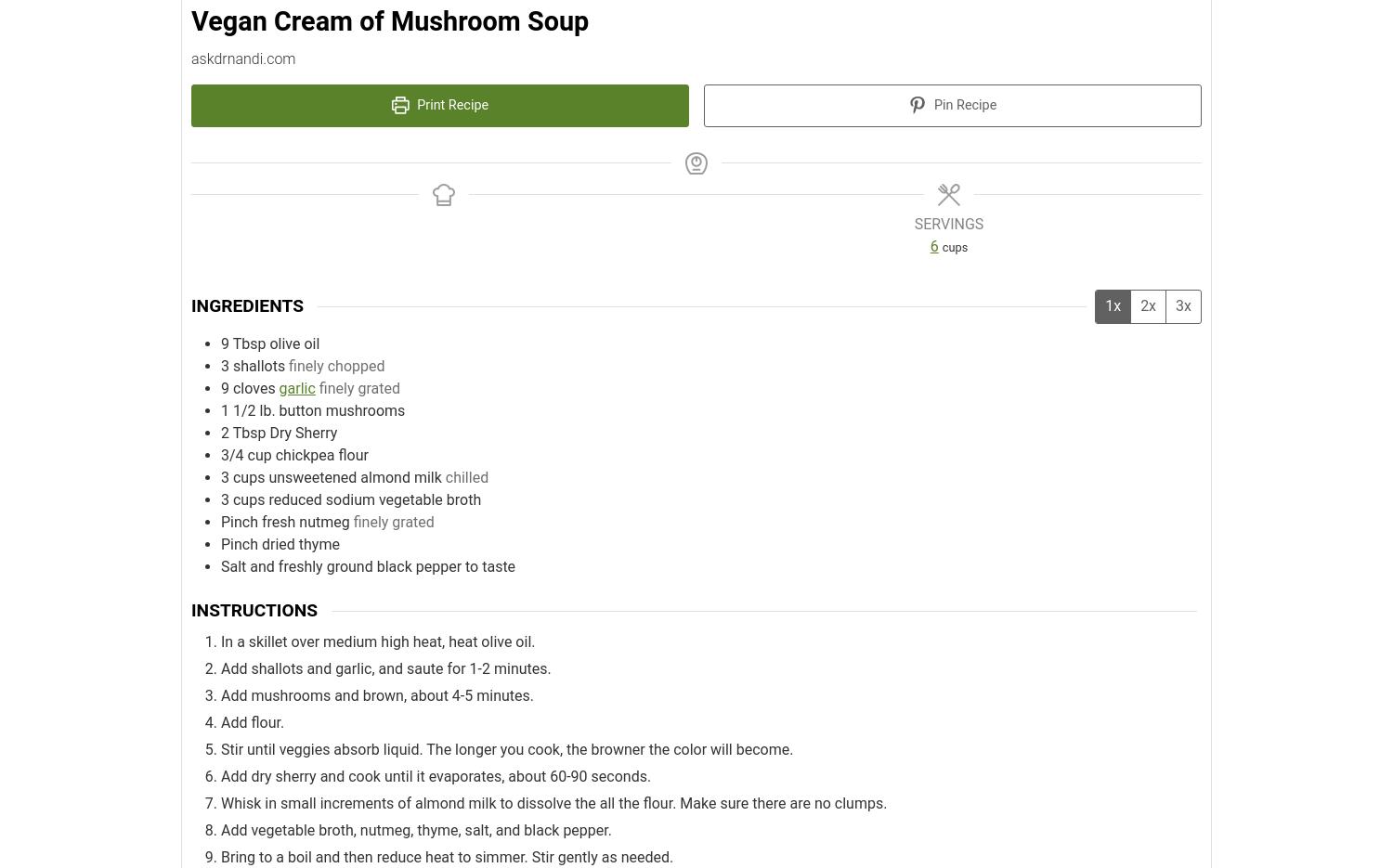  What do you see at coordinates (449, 104) in the screenshot?
I see `'Print Recipe'` at bounding box center [449, 104].